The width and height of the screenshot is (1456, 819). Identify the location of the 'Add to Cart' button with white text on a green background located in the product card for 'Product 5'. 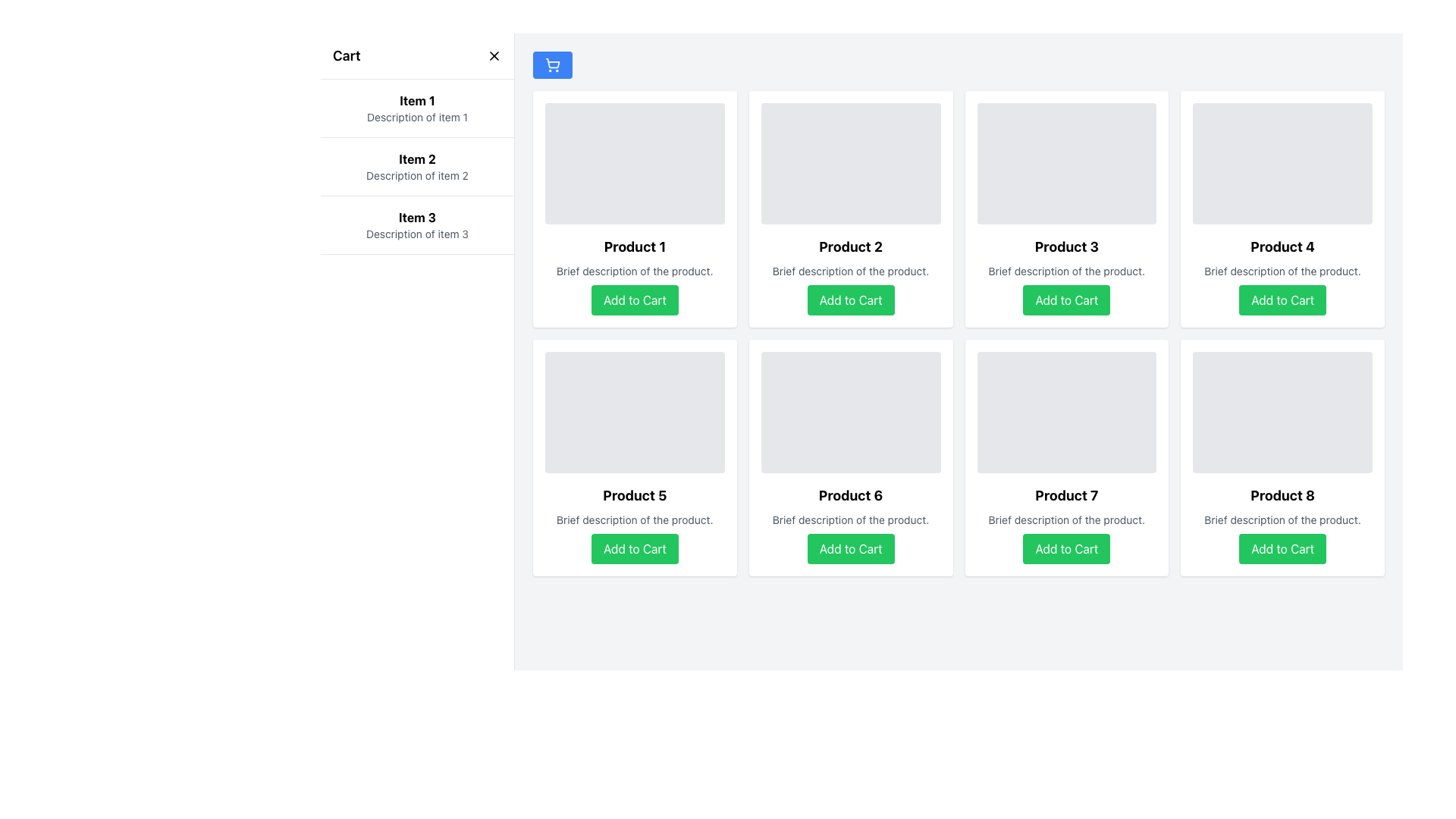
(635, 549).